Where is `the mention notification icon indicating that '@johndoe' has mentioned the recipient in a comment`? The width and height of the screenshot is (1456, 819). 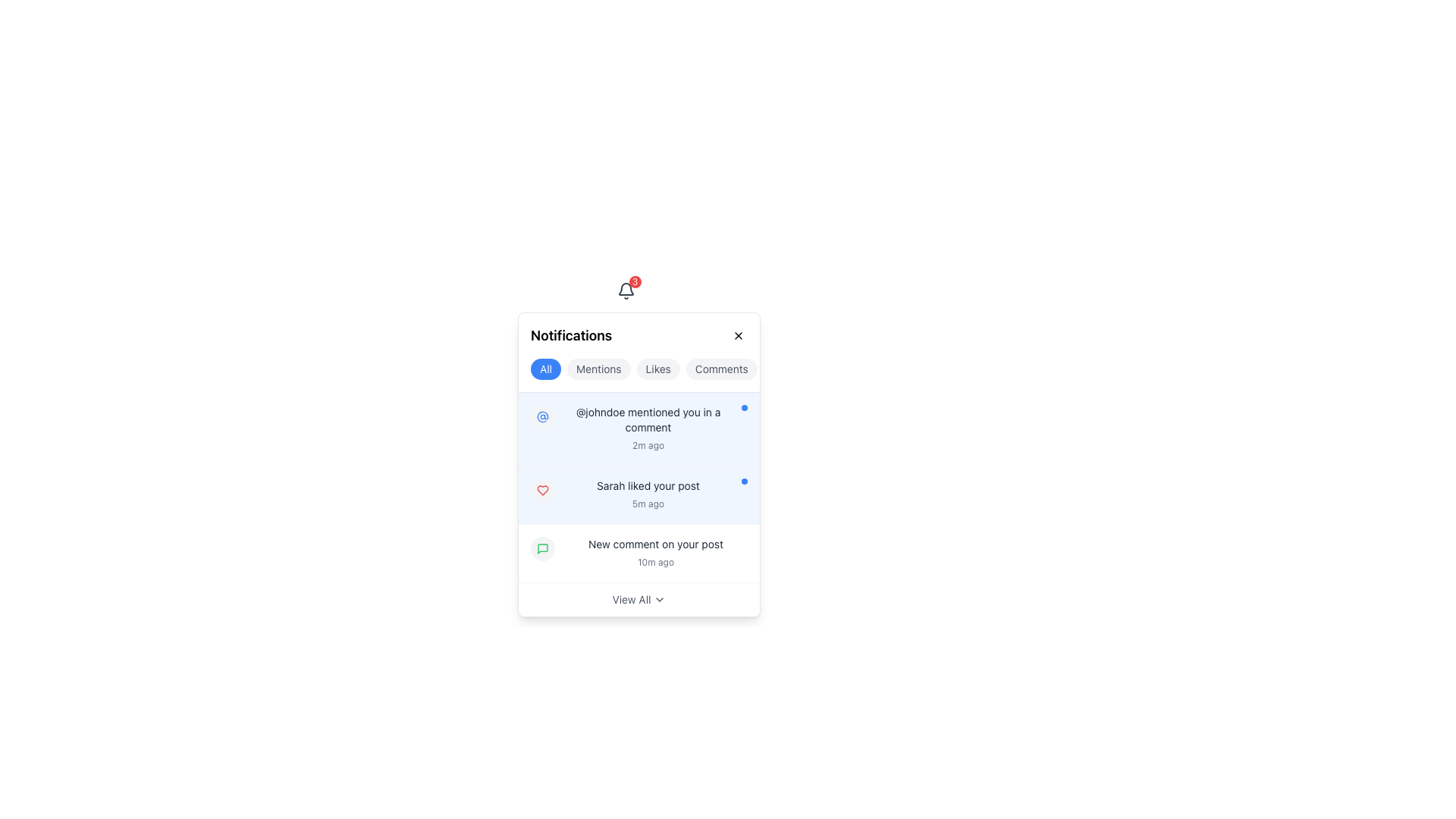
the mention notification icon indicating that '@johndoe' has mentioned the recipient in a comment is located at coordinates (542, 417).